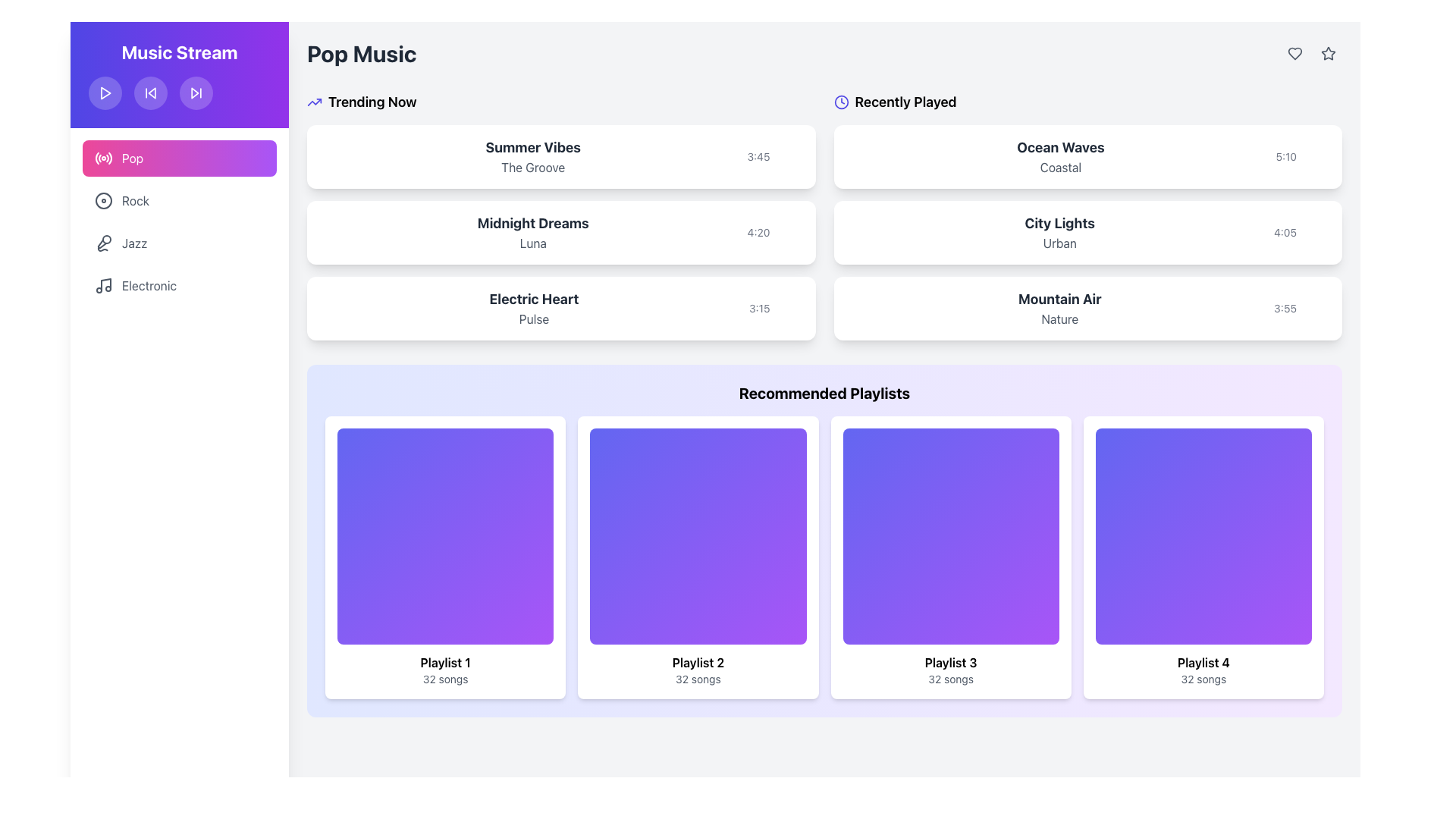  What do you see at coordinates (105, 284) in the screenshot?
I see `the decorative icon indicating the 'Electronic' music genre located in the navigation menu, specifically next to the 'Electronic' label` at bounding box center [105, 284].